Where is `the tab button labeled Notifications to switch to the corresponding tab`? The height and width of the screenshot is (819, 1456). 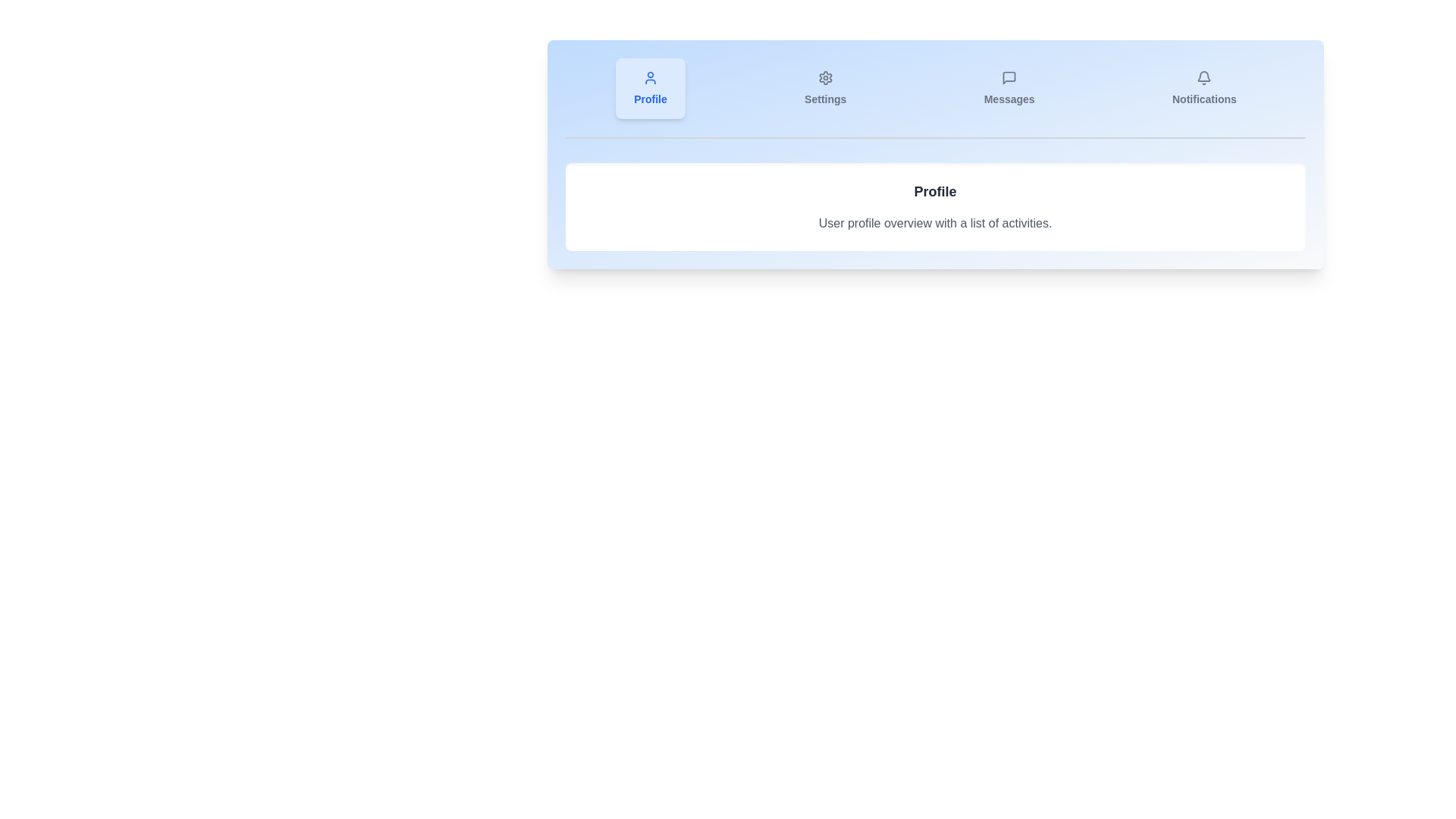
the tab button labeled Notifications to switch to the corresponding tab is located at coordinates (1203, 88).